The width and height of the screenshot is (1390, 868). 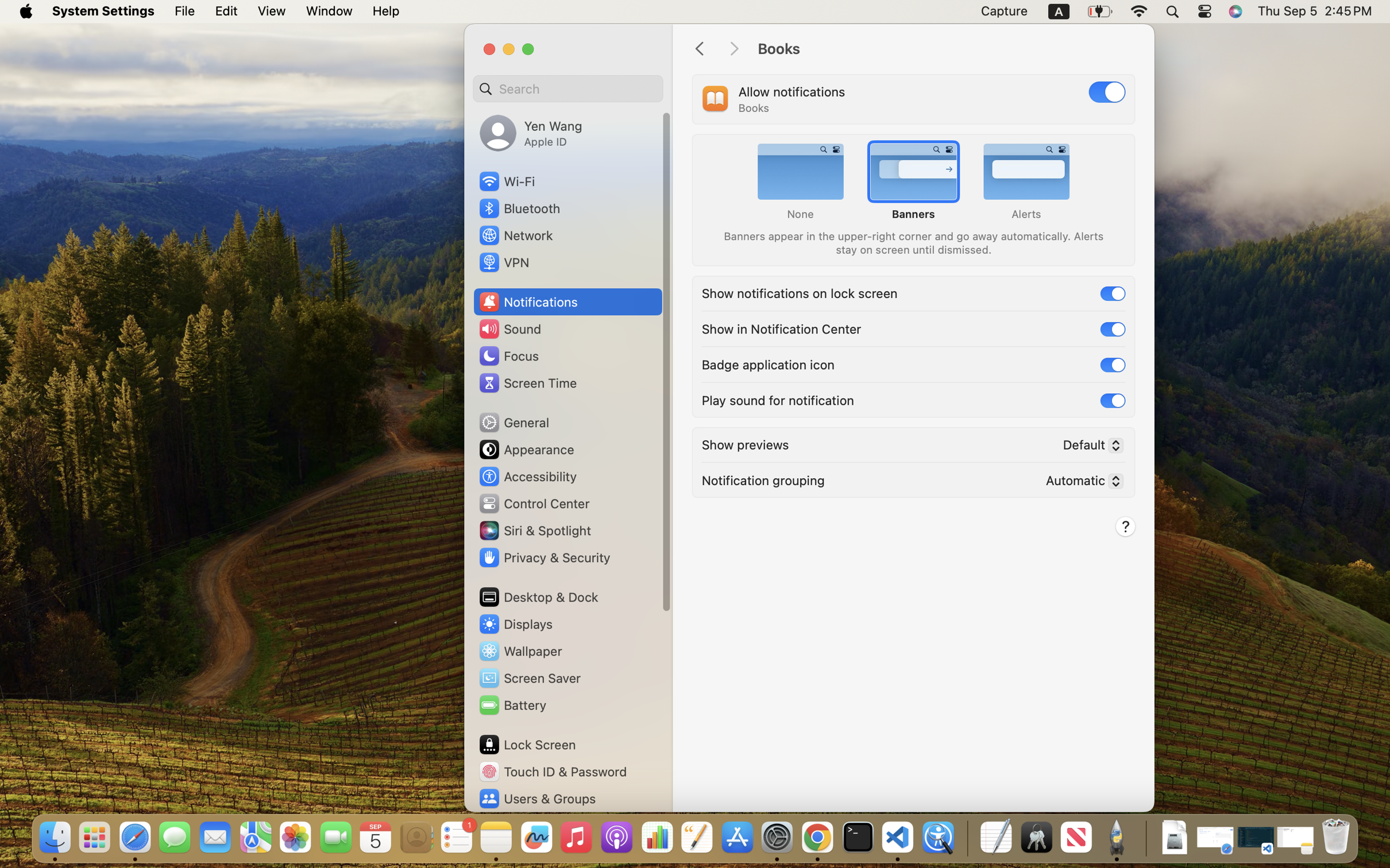 I want to click on 'VPN', so click(x=503, y=262).